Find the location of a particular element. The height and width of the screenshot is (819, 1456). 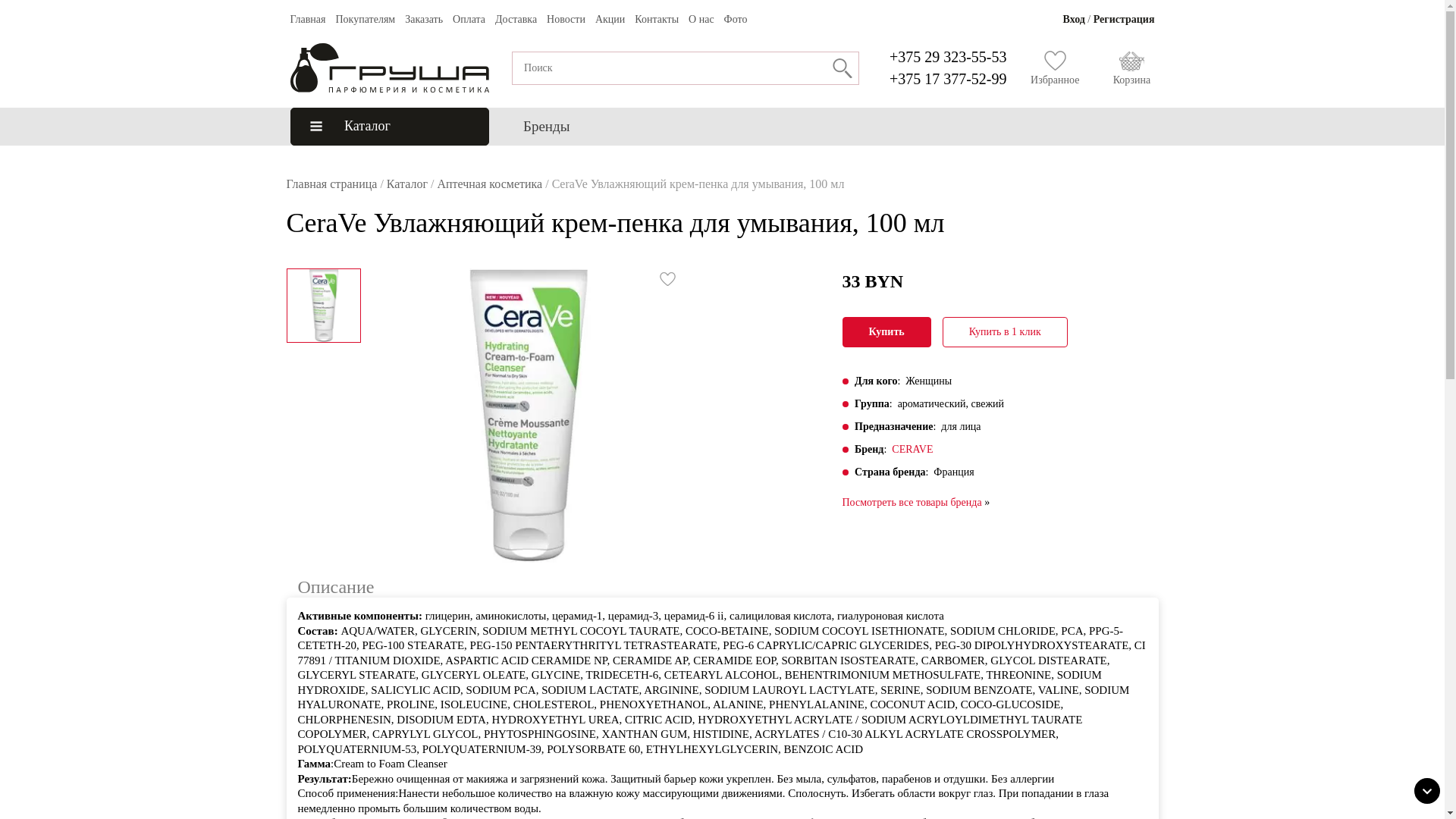

'+375 29 323-55-53' is located at coordinates (889, 55).